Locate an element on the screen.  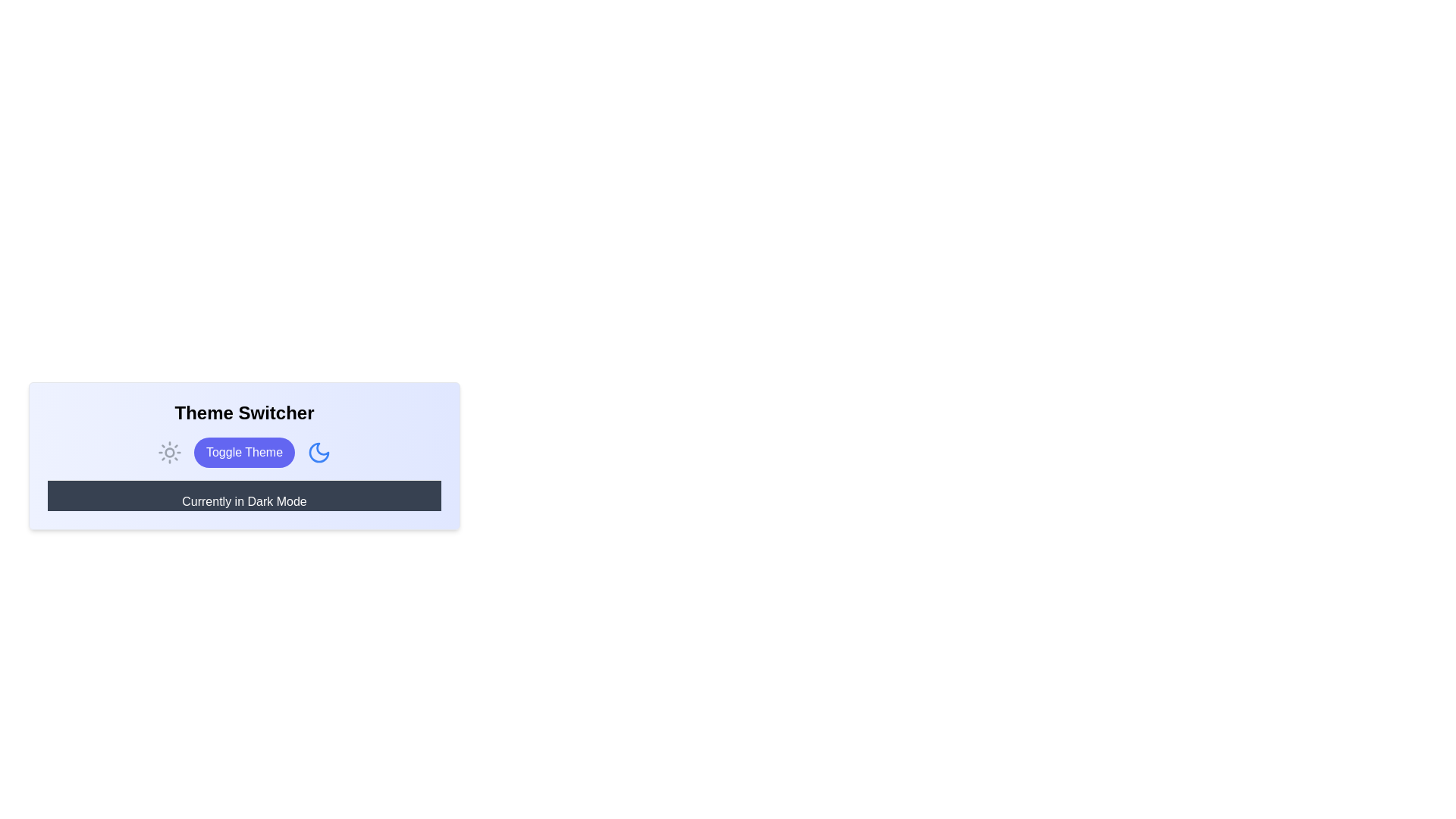
the sun icon's circular element within the theme toggler interface, which visually represents the 'light mode' theme is located at coordinates (169, 452).